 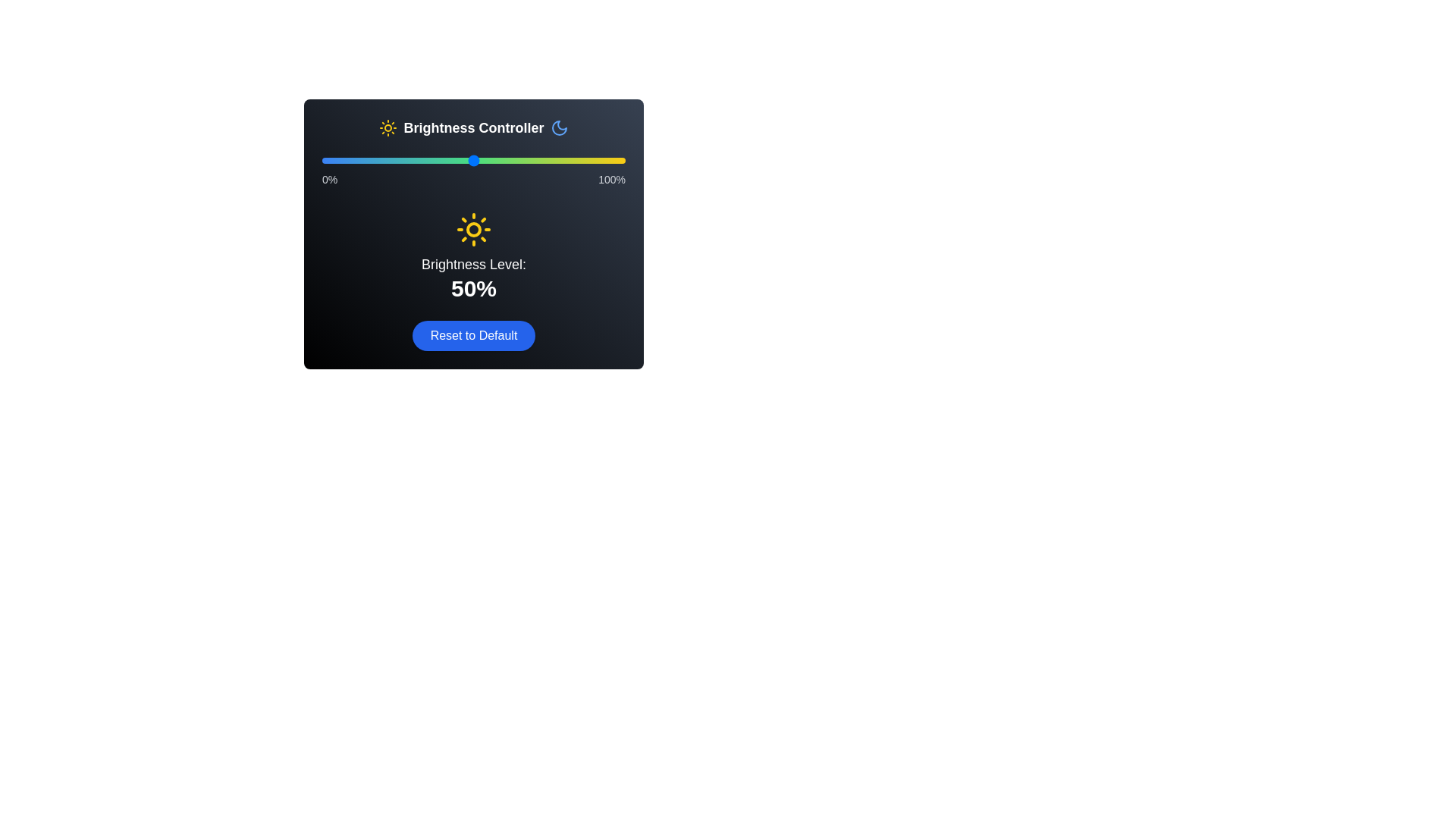 I want to click on the sun icon to explore its effect, so click(x=388, y=127).